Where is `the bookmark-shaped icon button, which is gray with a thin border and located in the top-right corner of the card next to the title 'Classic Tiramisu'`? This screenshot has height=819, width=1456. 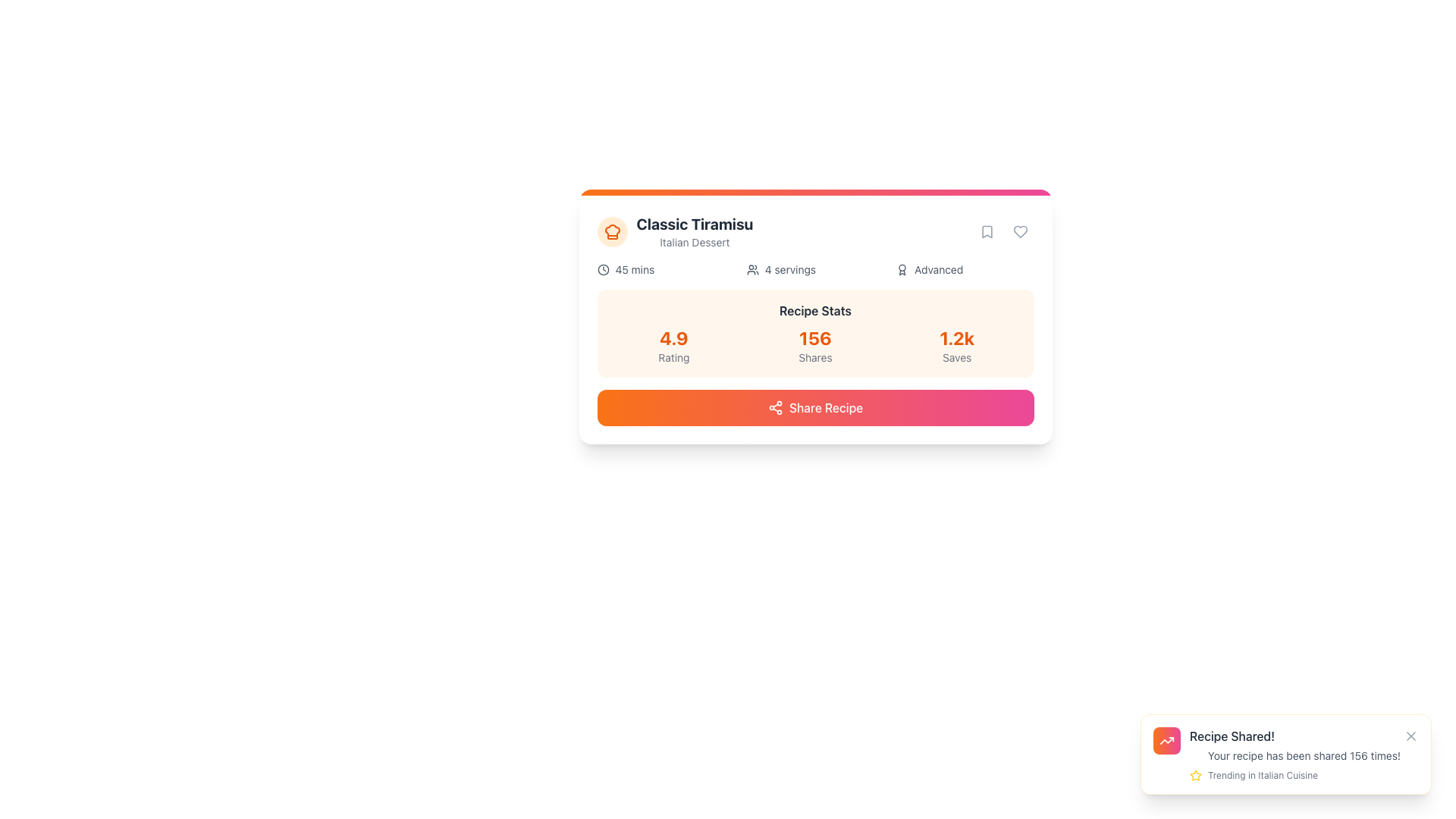 the bookmark-shaped icon button, which is gray with a thin border and located in the top-right corner of the card next to the title 'Classic Tiramisu' is located at coordinates (987, 231).